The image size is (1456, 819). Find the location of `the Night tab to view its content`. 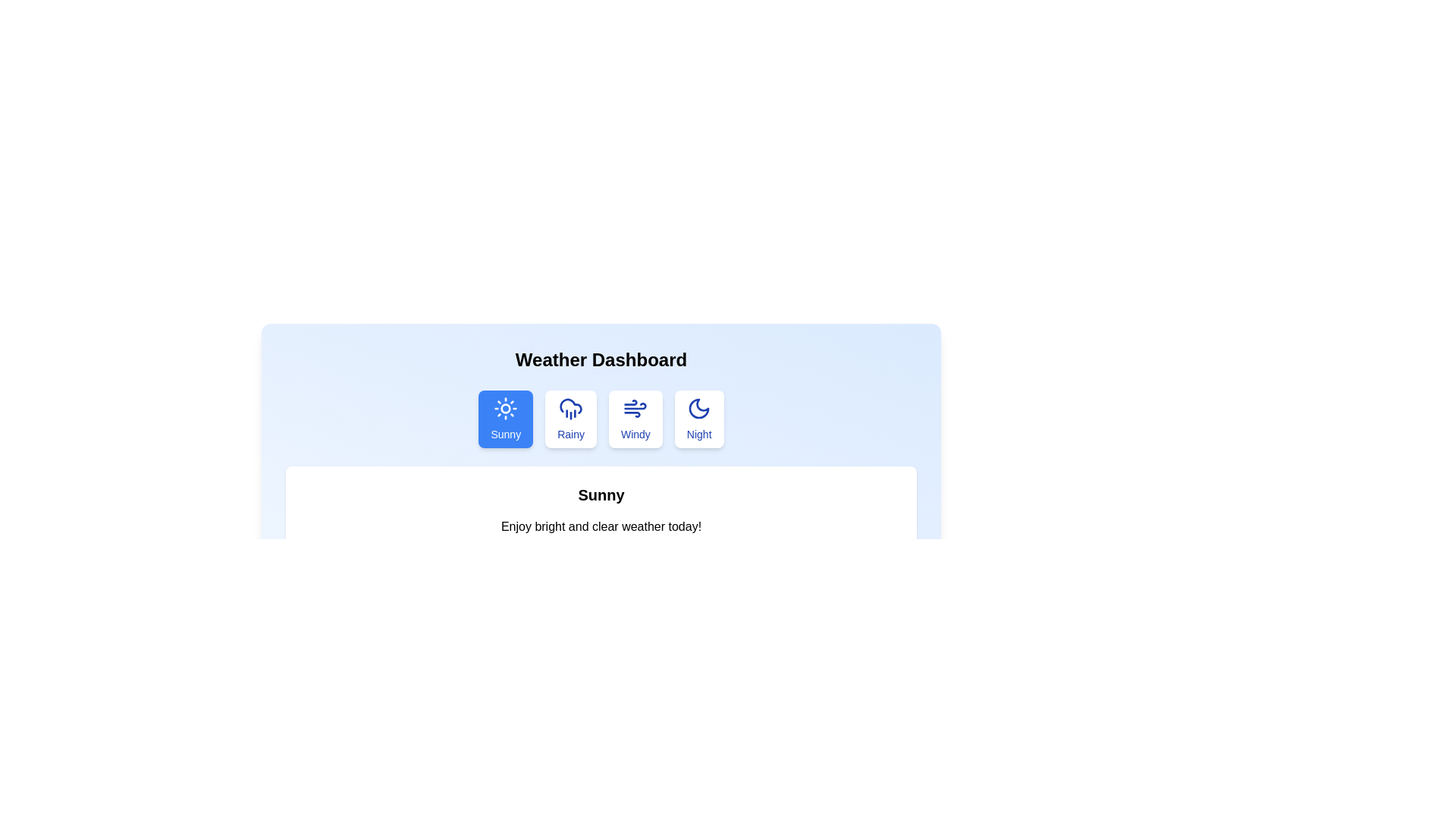

the Night tab to view its content is located at coordinates (698, 419).